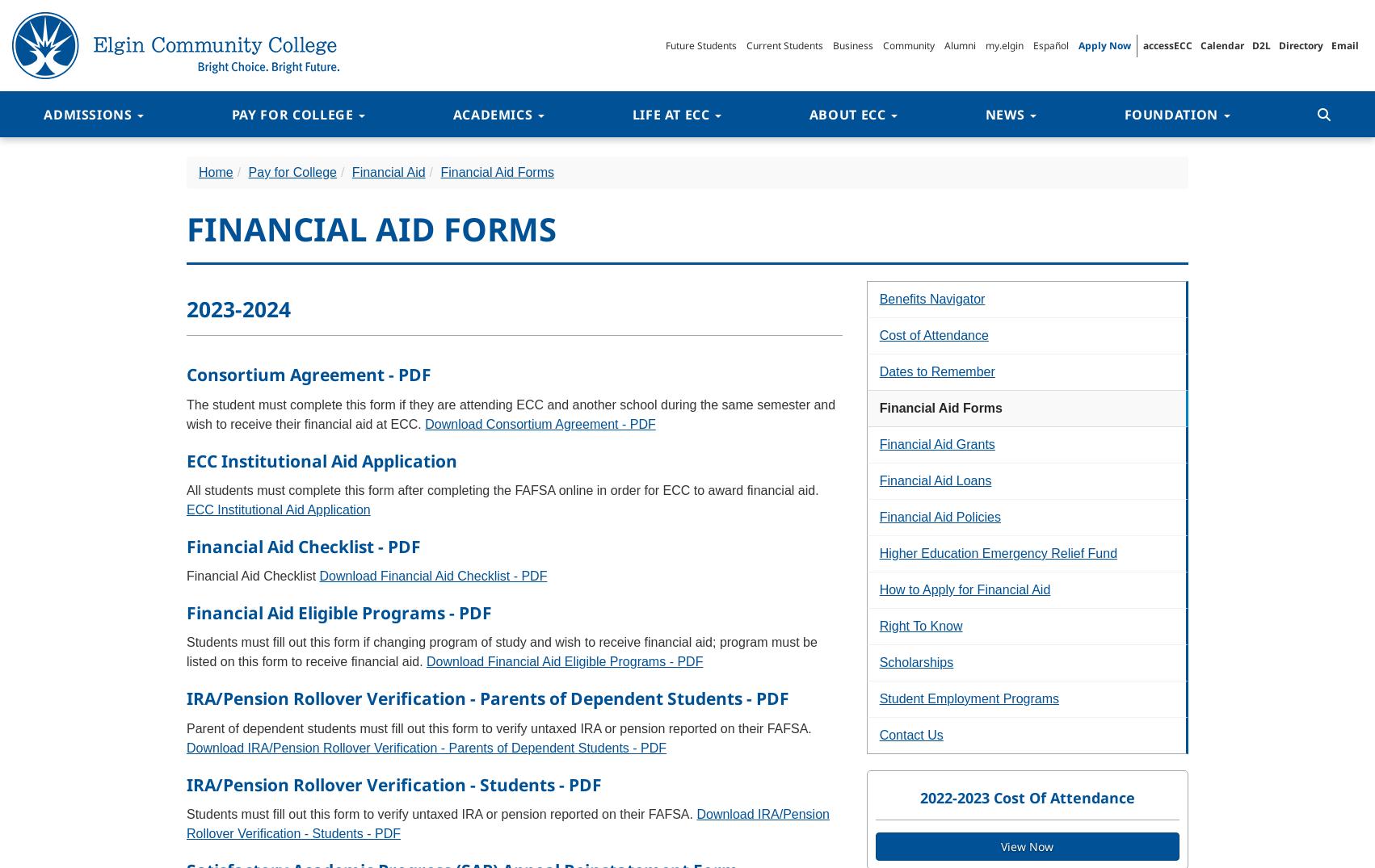 This screenshot has height=868, width=1375. I want to click on '2023-2024', so click(238, 309).